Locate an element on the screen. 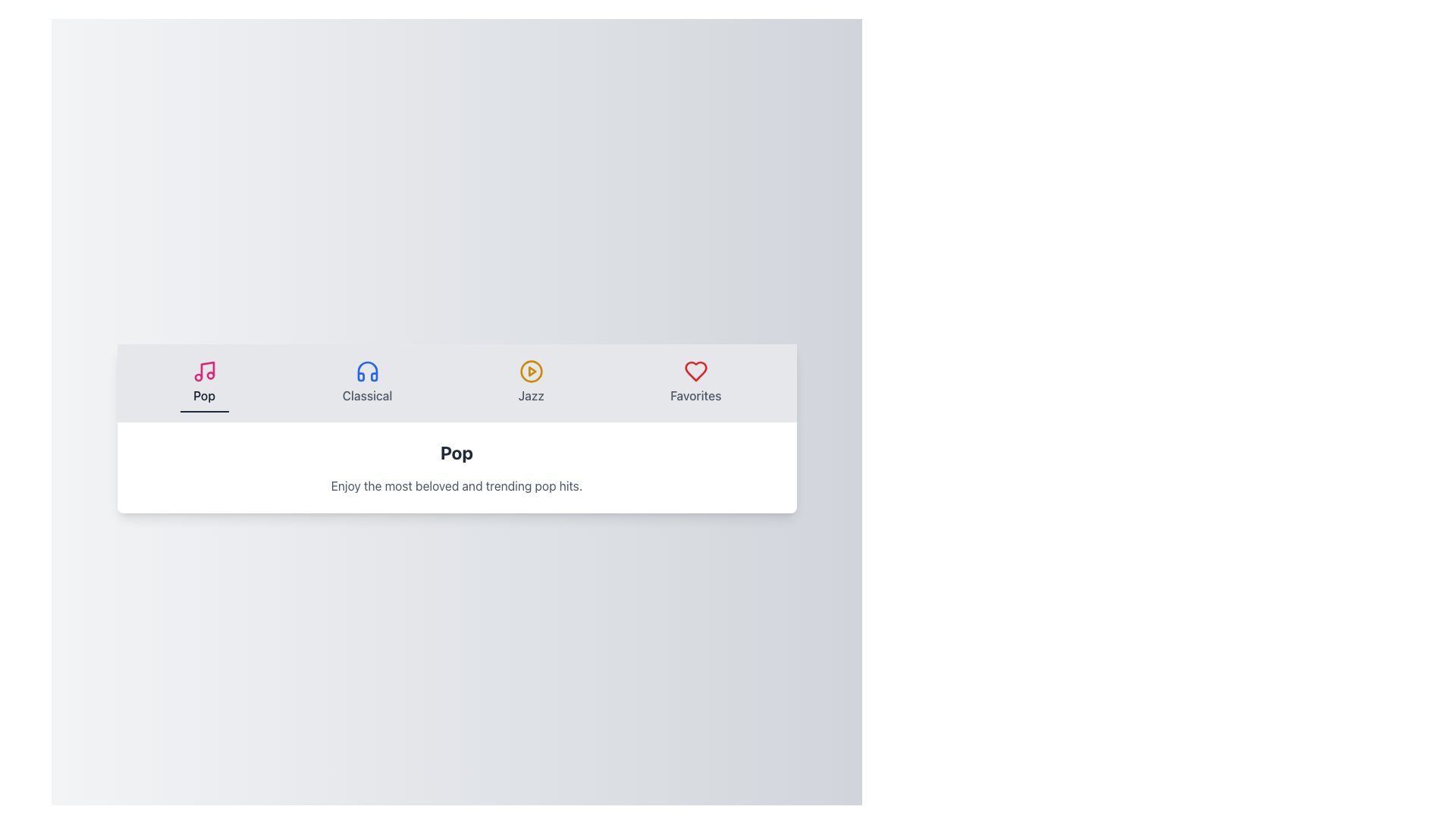  the 'Pop' music category icon located at the top center of the interface in the navigation bar, which is the first element among the categories 'Pop,' 'Classical,' 'Jazz,' and 'Favorites.' is located at coordinates (203, 371).